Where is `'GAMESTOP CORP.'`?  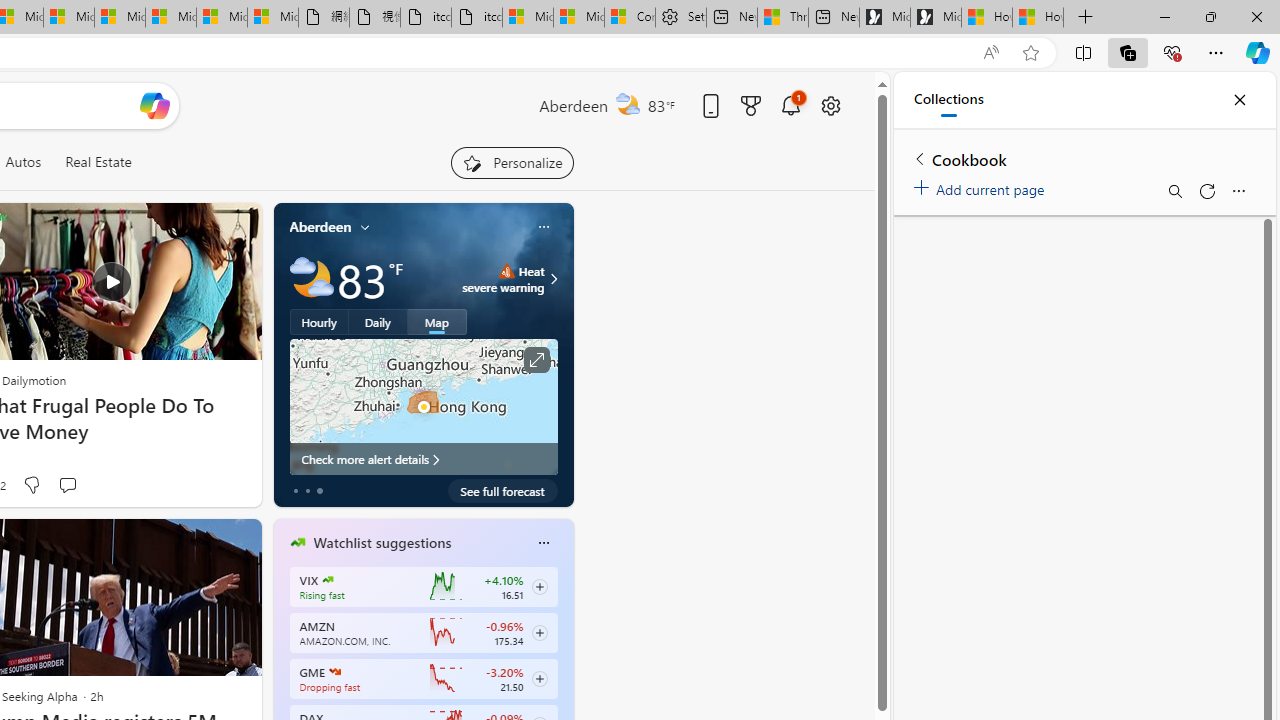 'GAMESTOP CORP.' is located at coordinates (335, 672).